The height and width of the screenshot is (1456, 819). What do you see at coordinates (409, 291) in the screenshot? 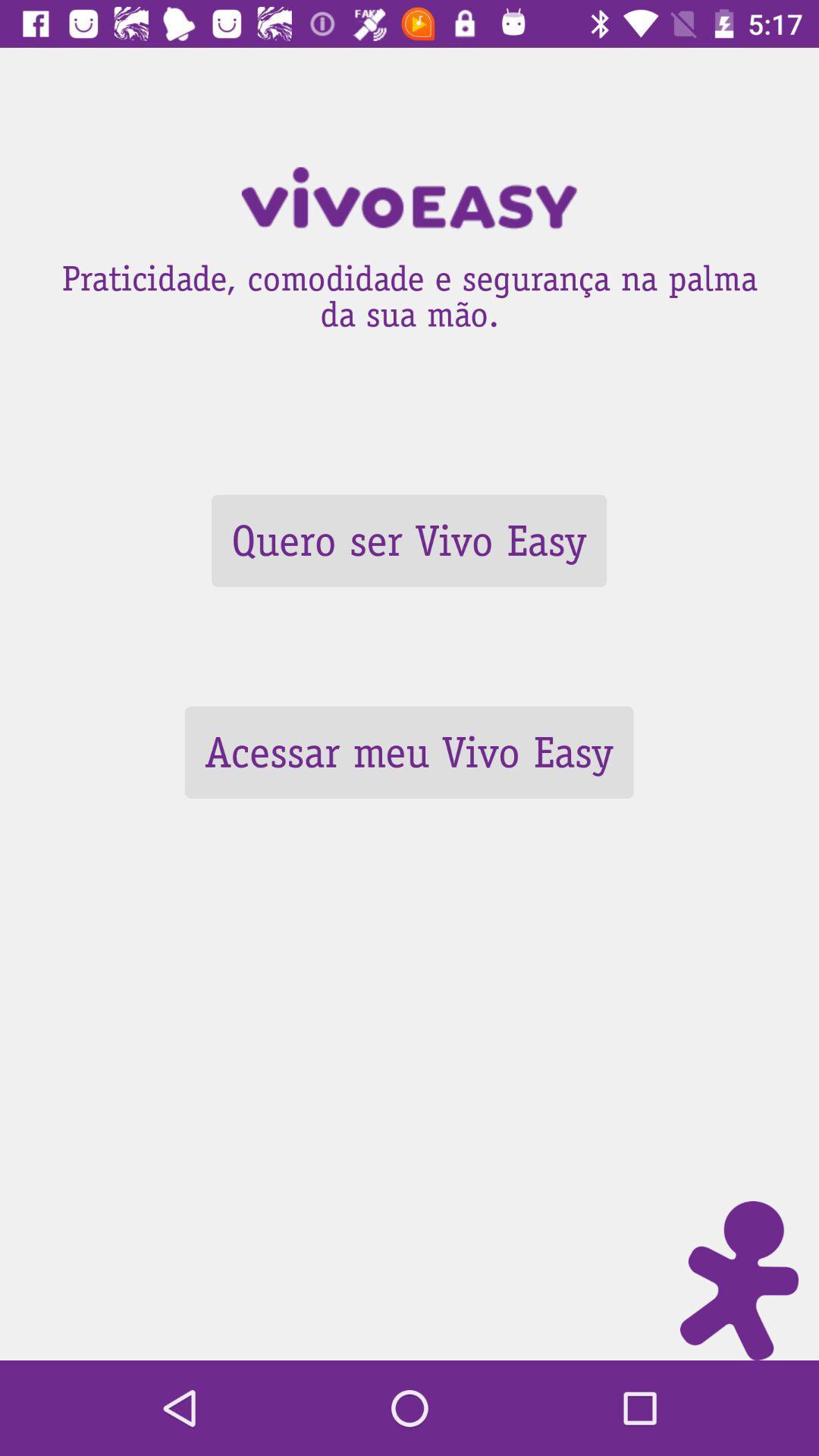
I see `praticidade comodidade e item` at bounding box center [409, 291].